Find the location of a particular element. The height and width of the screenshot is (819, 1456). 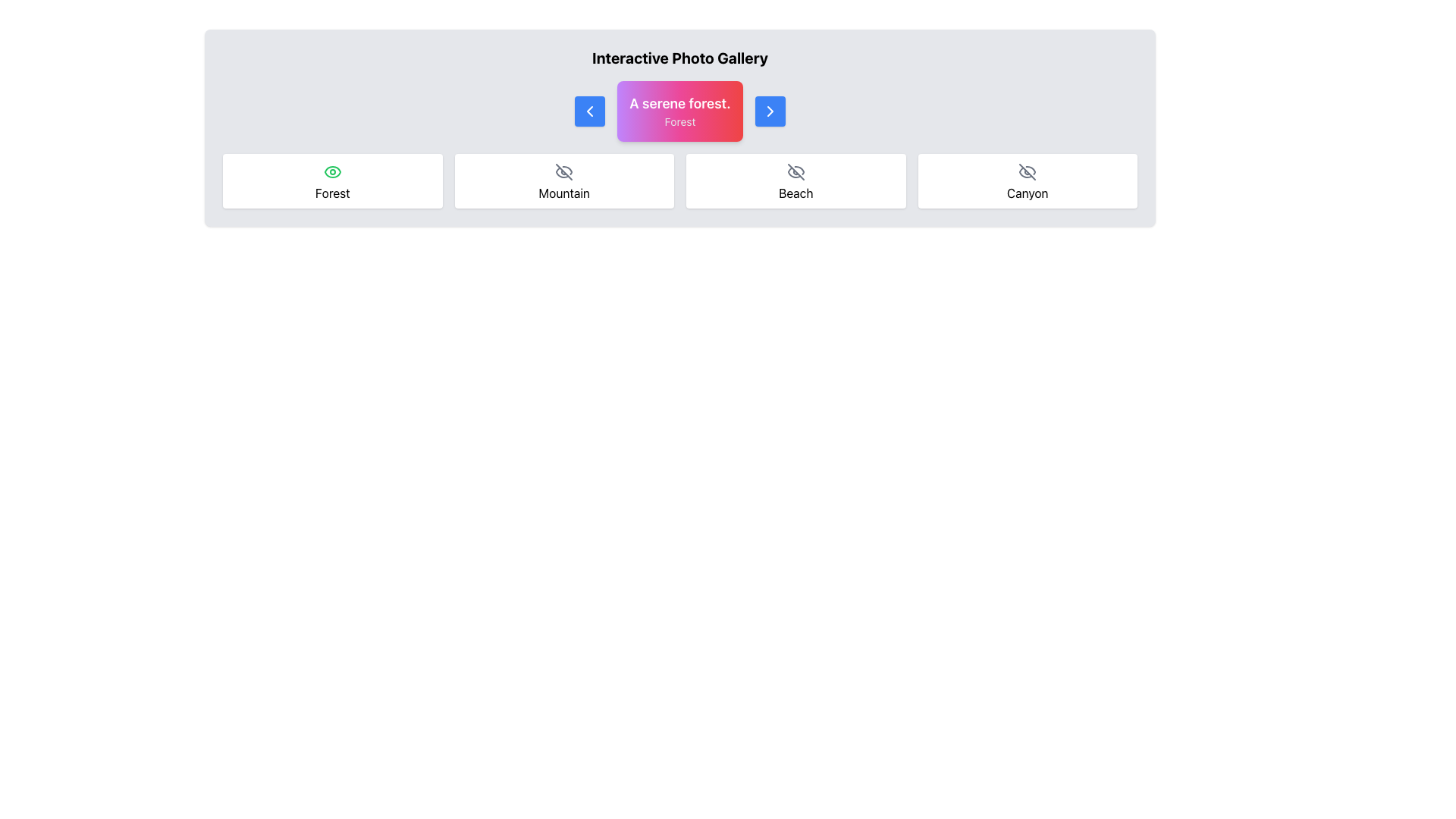

the Interactive Label with the eye-off icon and text 'Beach' to interact with this entry is located at coordinates (795, 180).